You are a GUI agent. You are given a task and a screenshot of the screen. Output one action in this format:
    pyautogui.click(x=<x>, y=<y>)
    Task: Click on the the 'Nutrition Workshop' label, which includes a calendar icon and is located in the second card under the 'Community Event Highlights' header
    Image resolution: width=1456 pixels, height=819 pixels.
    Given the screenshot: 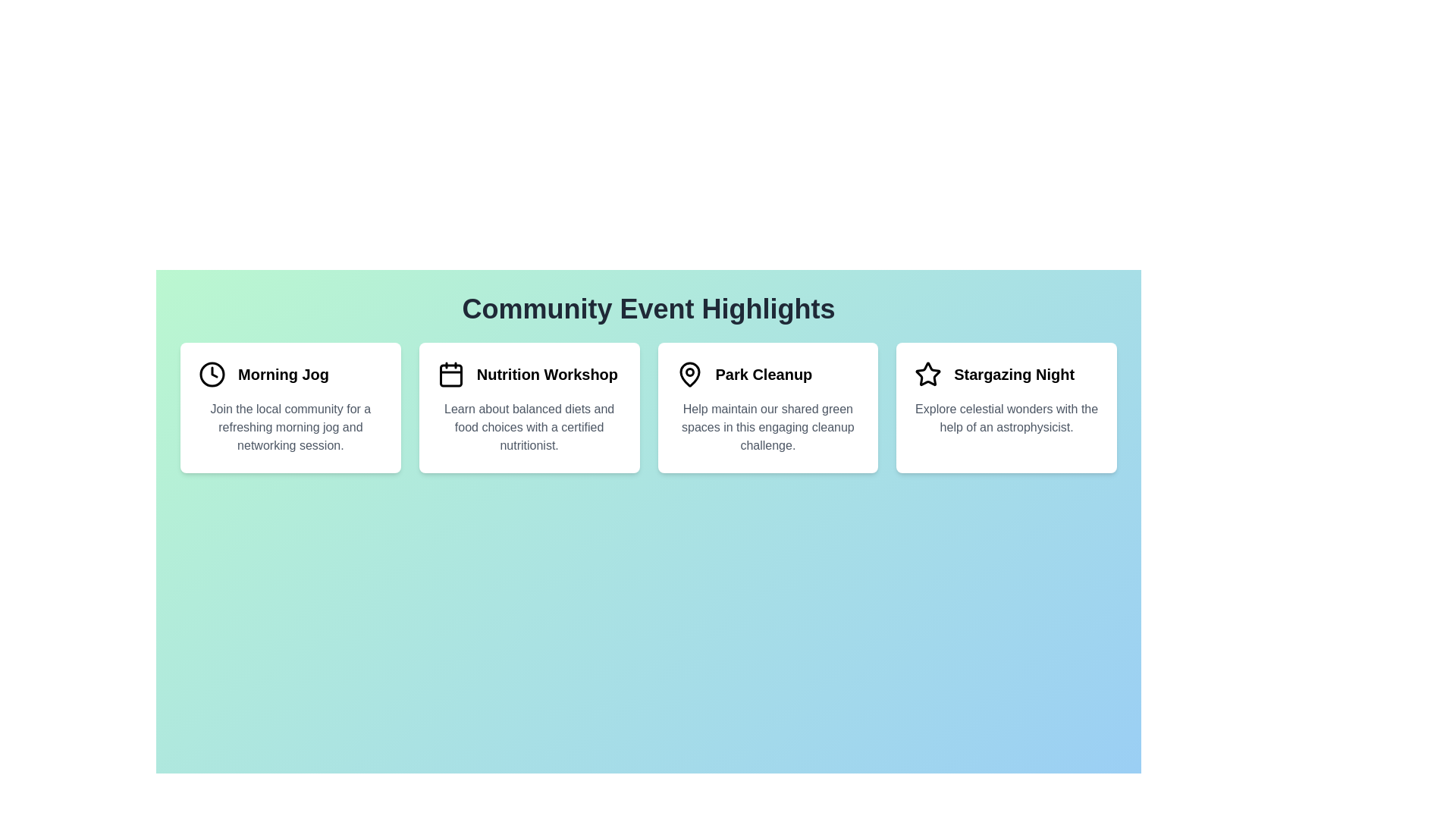 What is the action you would take?
    pyautogui.click(x=529, y=374)
    